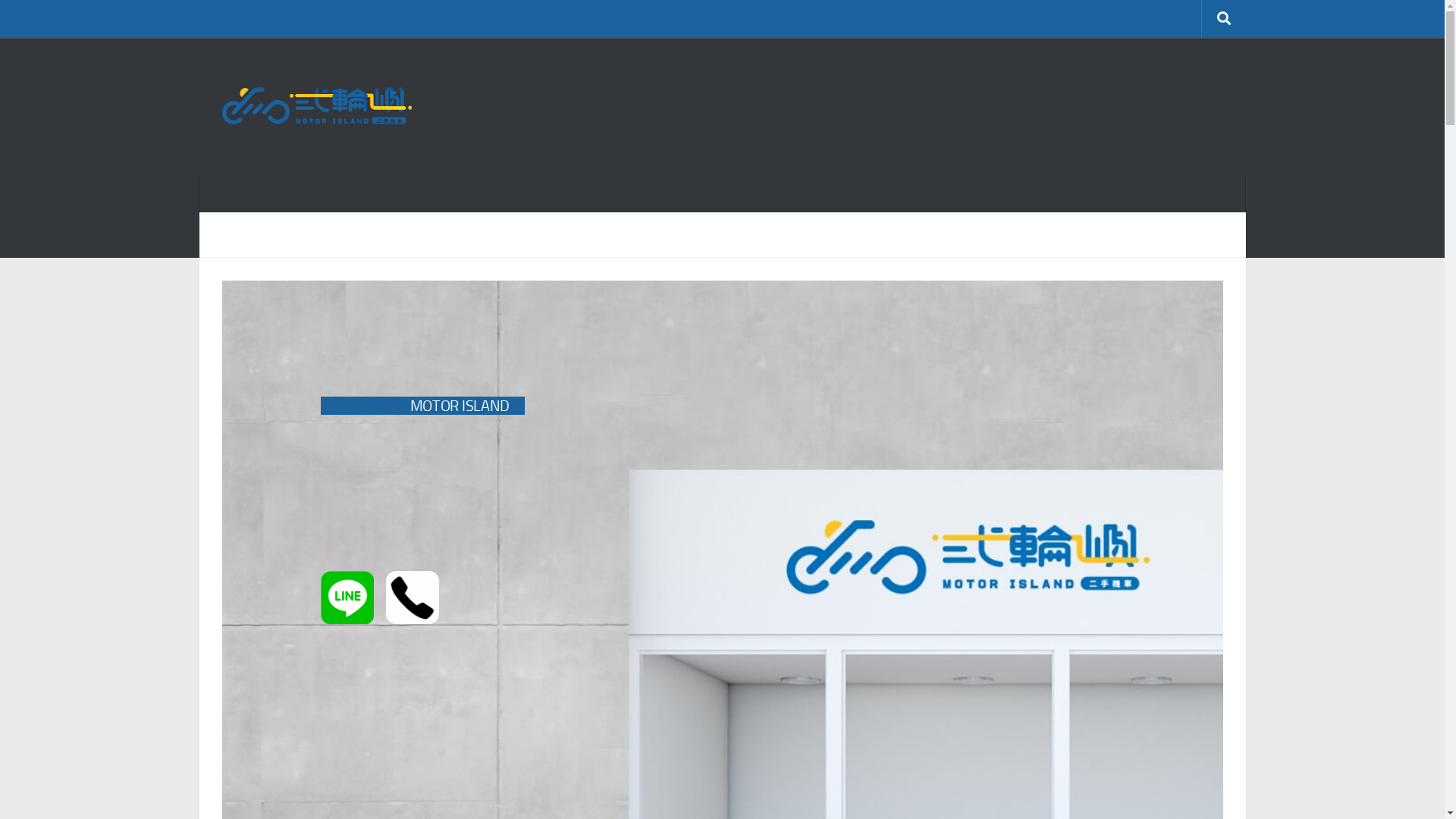  I want to click on 'Skip to content', so click(60, 20).